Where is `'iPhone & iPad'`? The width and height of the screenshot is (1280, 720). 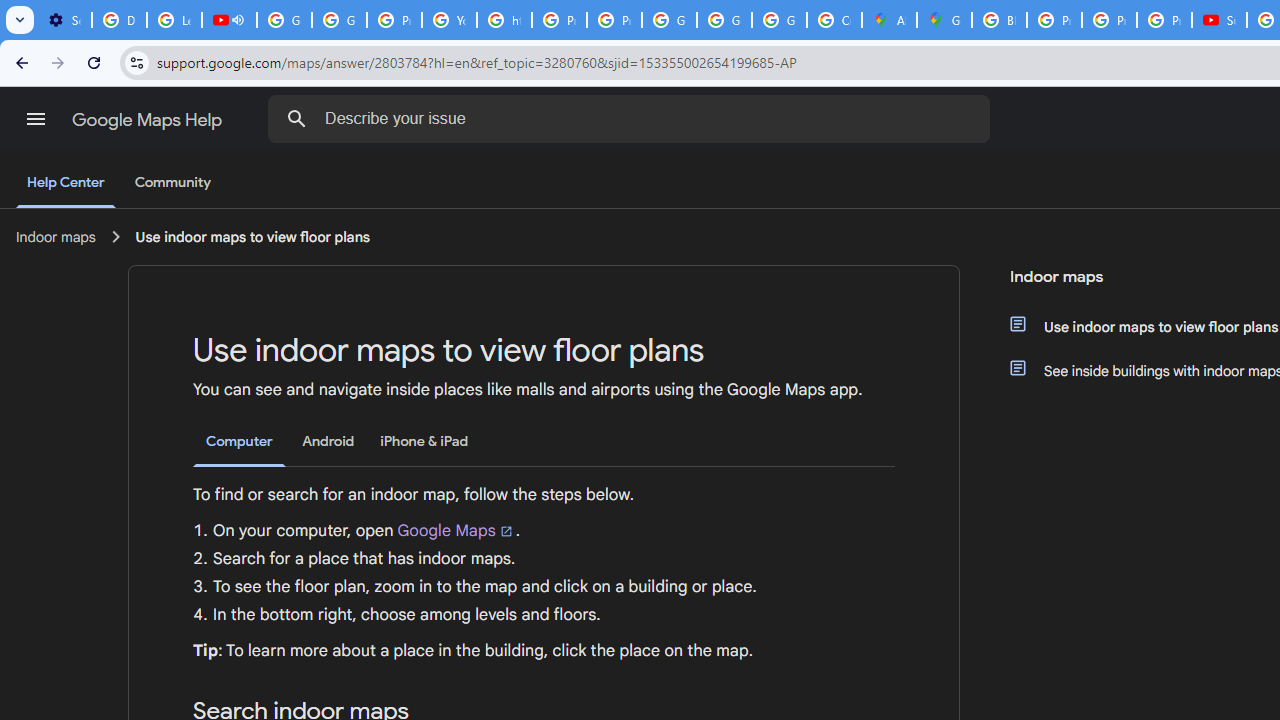
'iPhone & iPad' is located at coordinates (423, 440).